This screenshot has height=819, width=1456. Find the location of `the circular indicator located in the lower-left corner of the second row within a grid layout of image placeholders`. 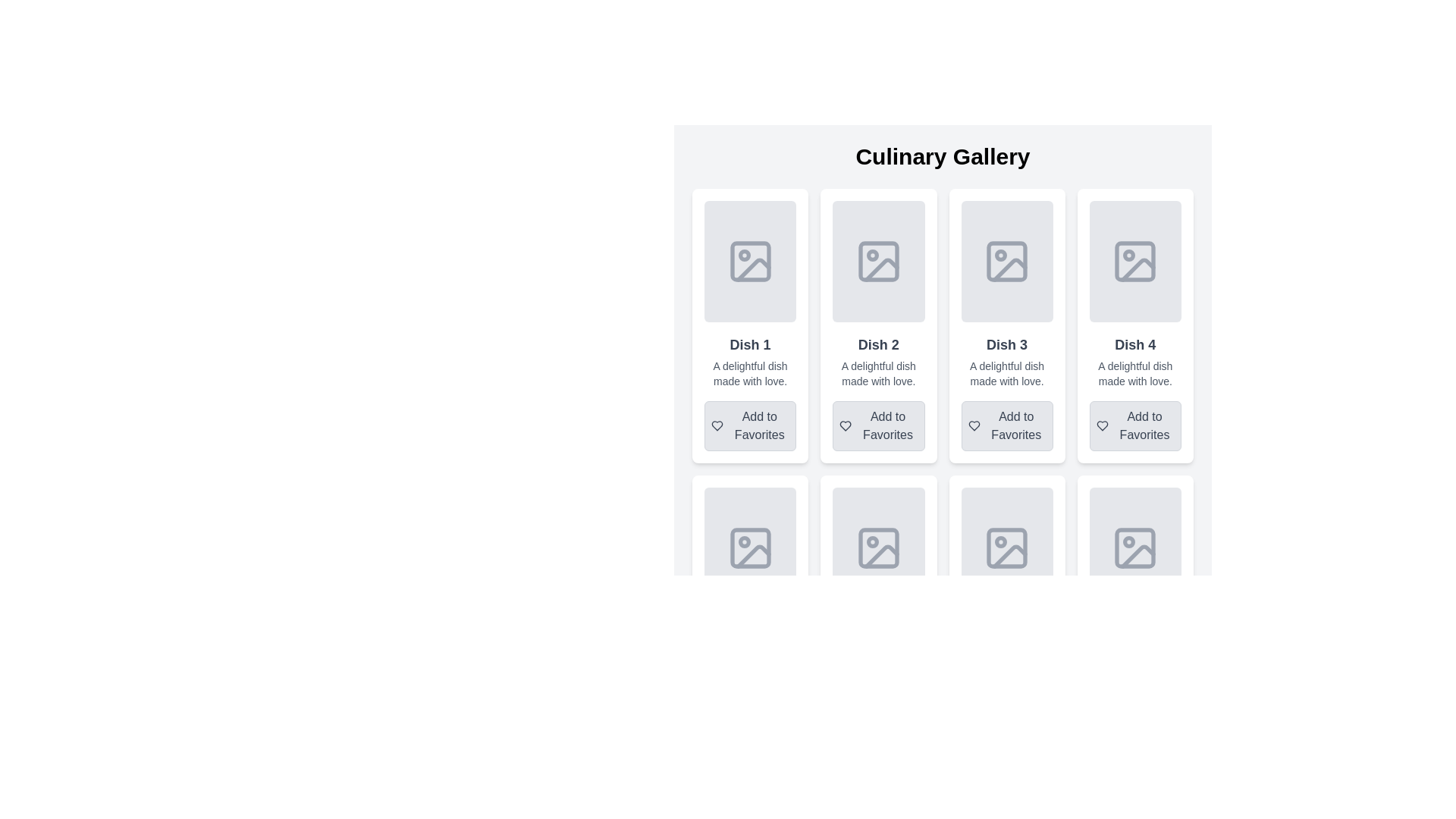

the circular indicator located in the lower-left corner of the second row within a grid layout of image placeholders is located at coordinates (744, 541).